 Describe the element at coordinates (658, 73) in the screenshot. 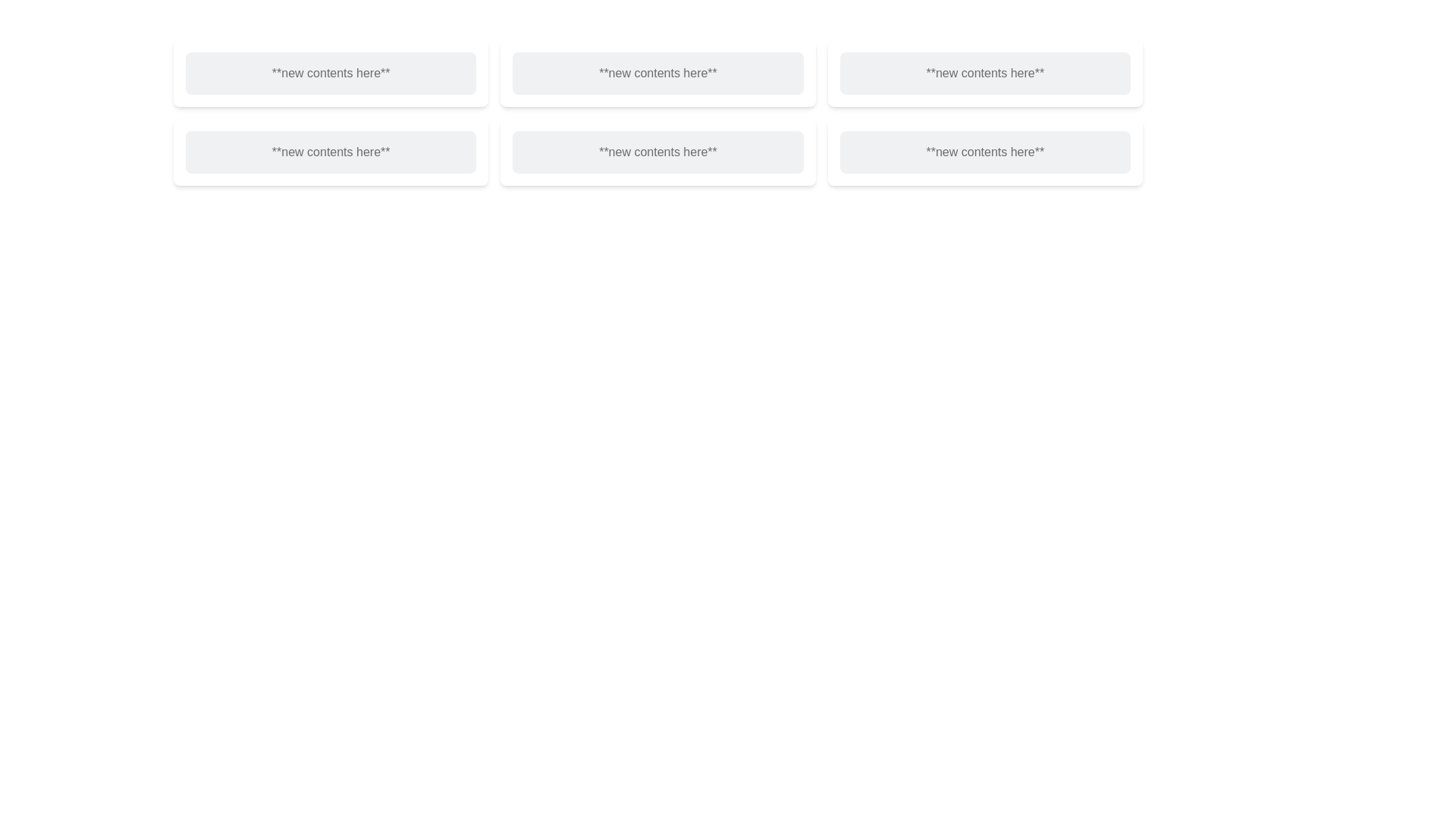

I see `the Static Information Box that displays the text '**new contents here**', which is styled with a white background and rounded corners` at that location.